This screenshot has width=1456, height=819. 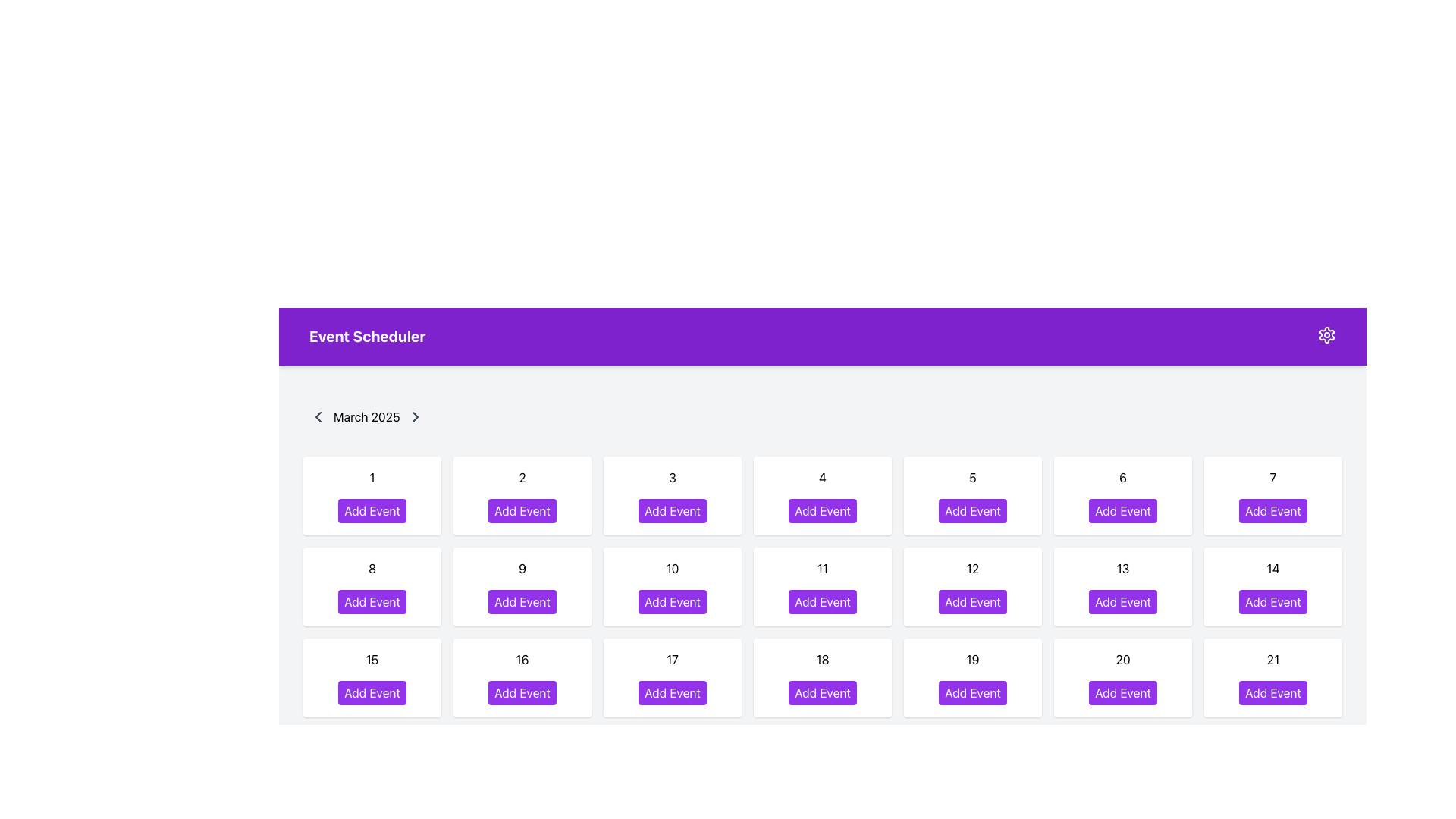 What do you see at coordinates (1273, 677) in the screenshot?
I see `the Day box containing the text '21' and the purple 'Add Event' button in the calendar interface` at bounding box center [1273, 677].